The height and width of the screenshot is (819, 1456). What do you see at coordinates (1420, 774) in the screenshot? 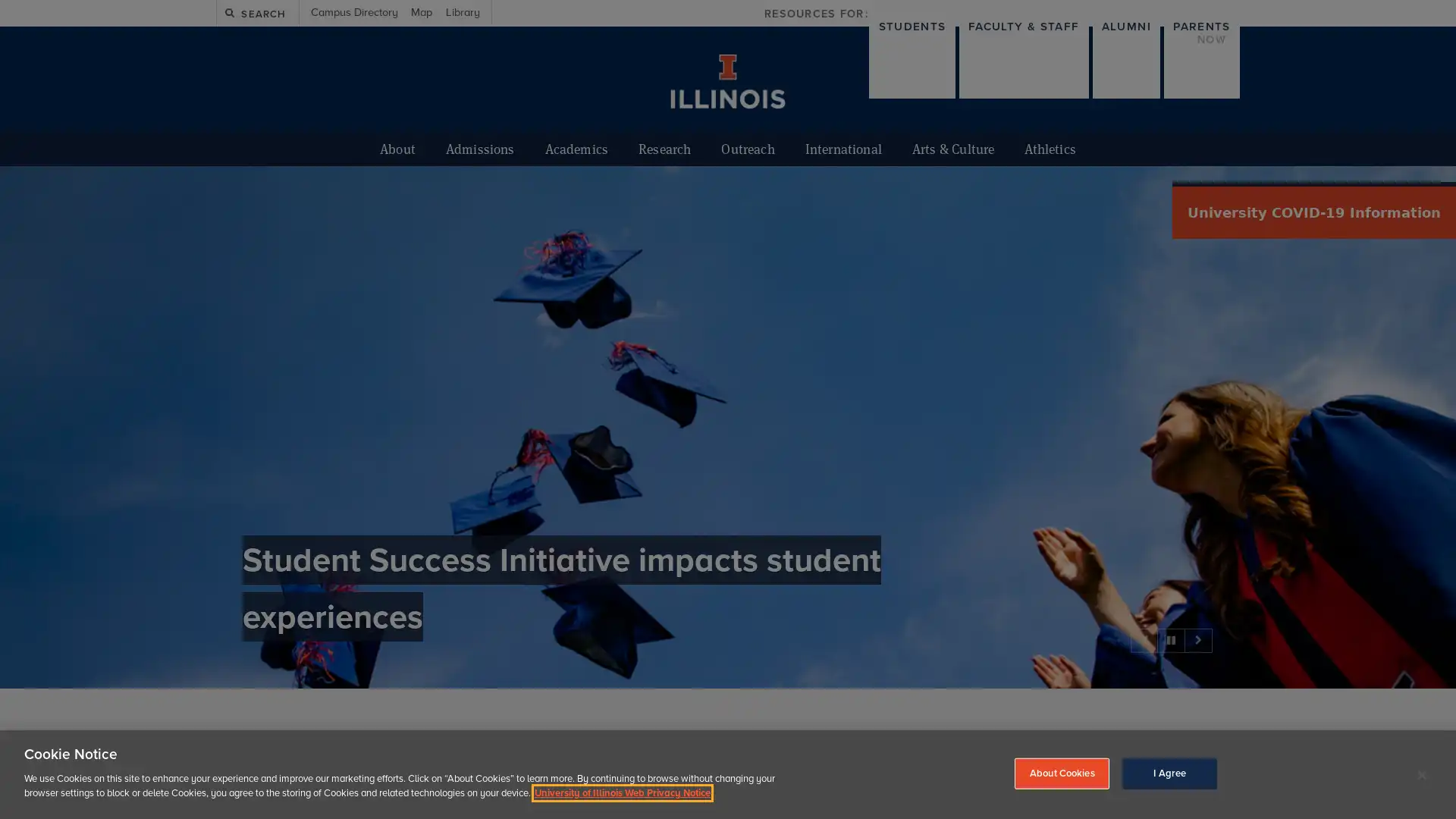
I see `Close` at bounding box center [1420, 774].